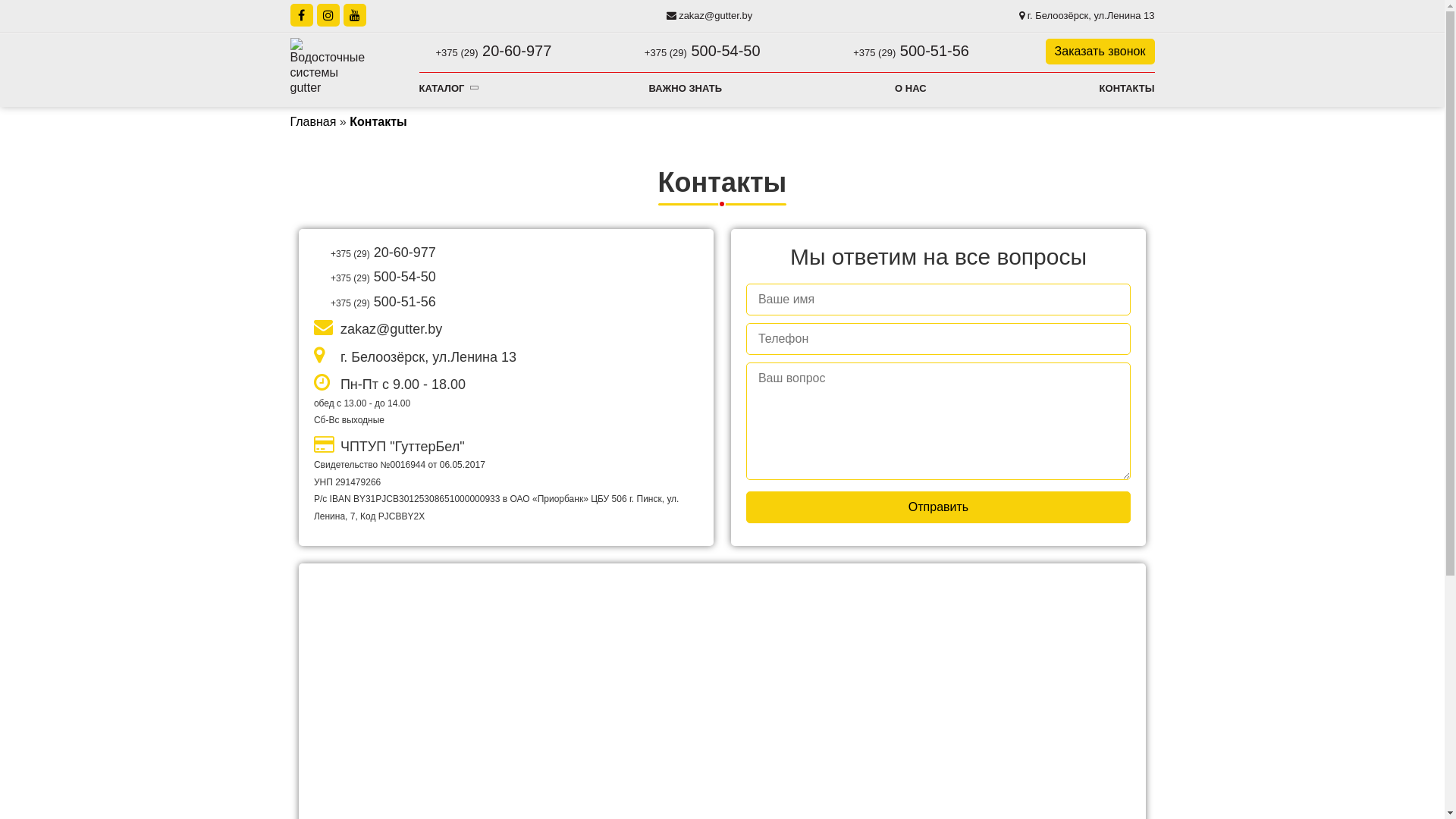  Describe the element at coordinates (327, 14) in the screenshot. I see `'Instagram'` at that location.